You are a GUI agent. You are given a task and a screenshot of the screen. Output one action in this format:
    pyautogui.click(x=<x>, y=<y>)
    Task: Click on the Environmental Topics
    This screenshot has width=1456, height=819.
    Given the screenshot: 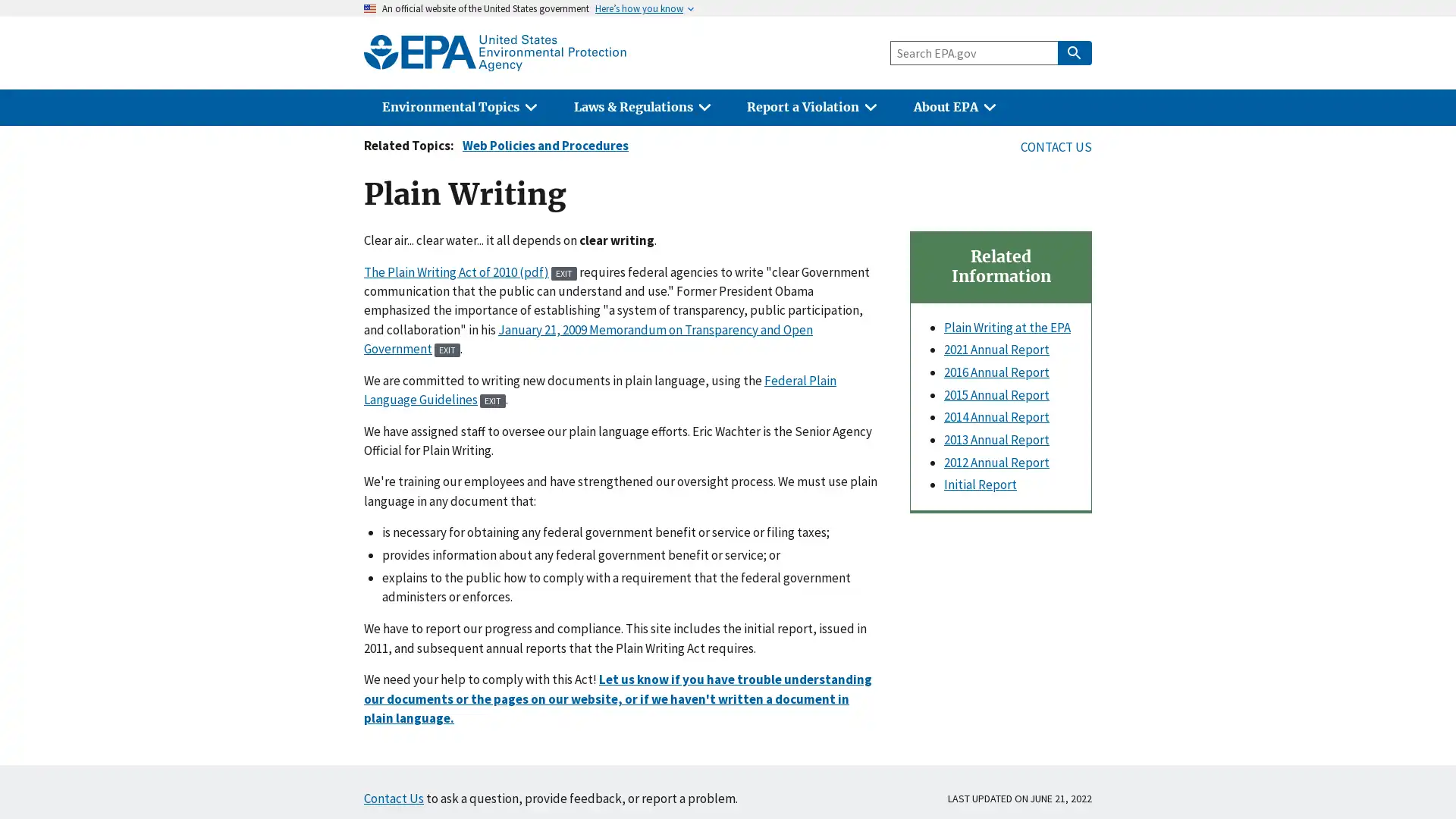 What is the action you would take?
    pyautogui.click(x=458, y=107)
    